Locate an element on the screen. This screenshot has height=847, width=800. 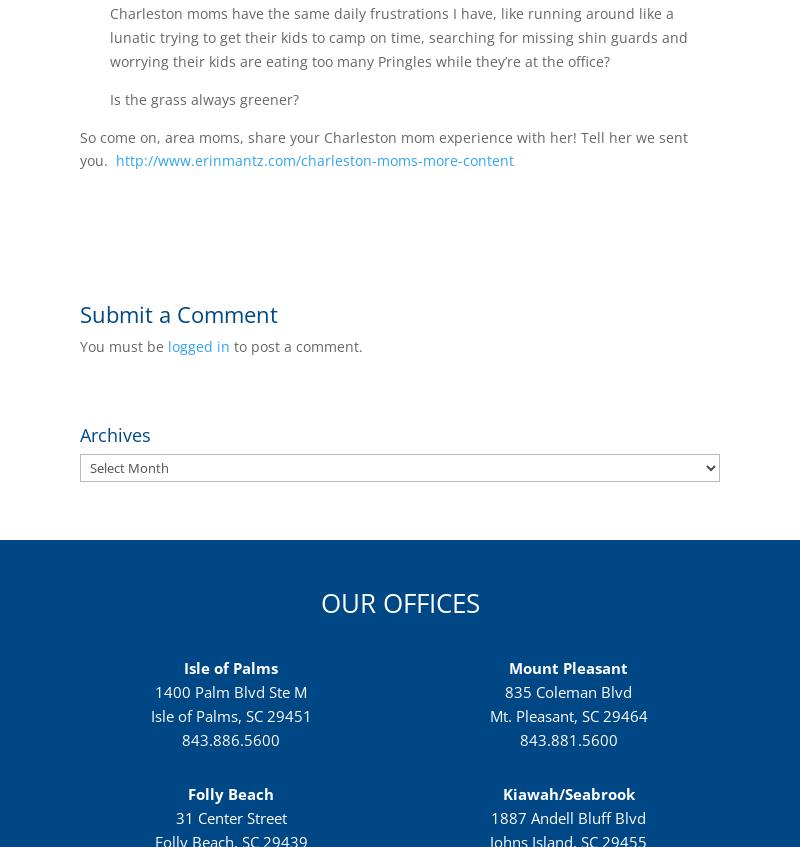
'31 Center Street' is located at coordinates (230, 817).